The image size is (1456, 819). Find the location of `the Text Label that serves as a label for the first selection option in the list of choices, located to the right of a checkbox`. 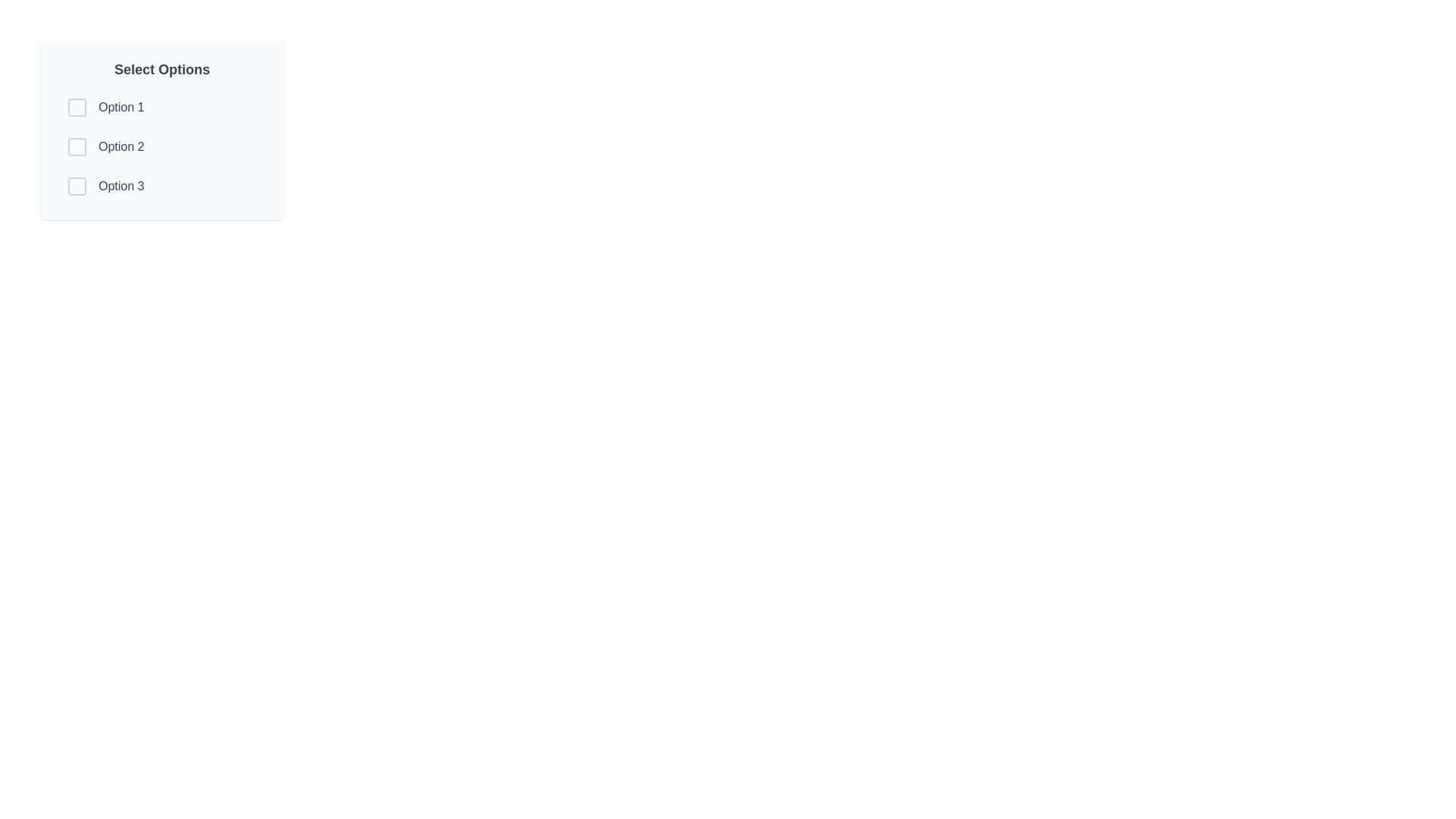

the Text Label that serves as a label for the first selection option in the list of choices, located to the right of a checkbox is located at coordinates (121, 107).